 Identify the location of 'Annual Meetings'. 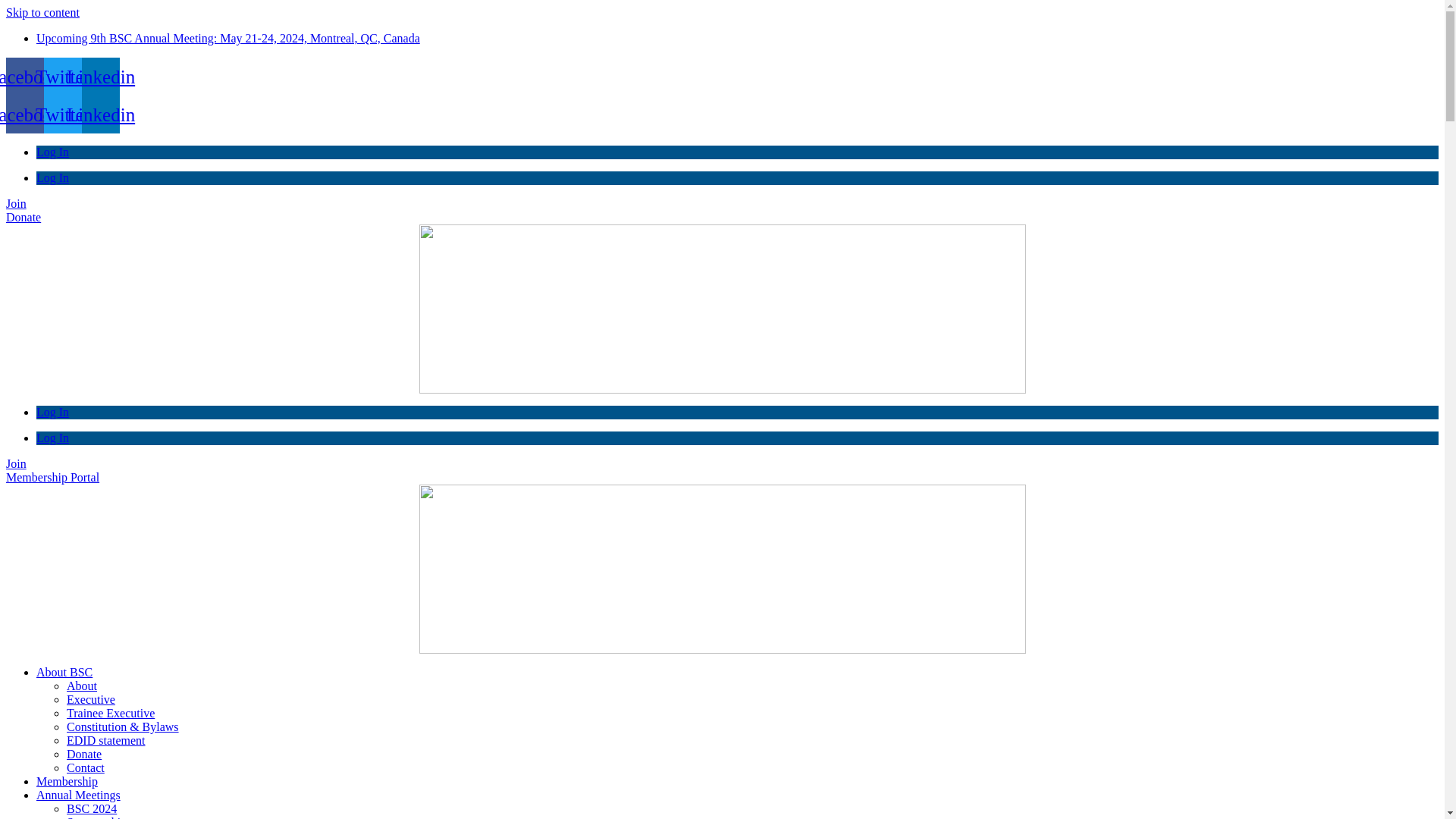
(77, 794).